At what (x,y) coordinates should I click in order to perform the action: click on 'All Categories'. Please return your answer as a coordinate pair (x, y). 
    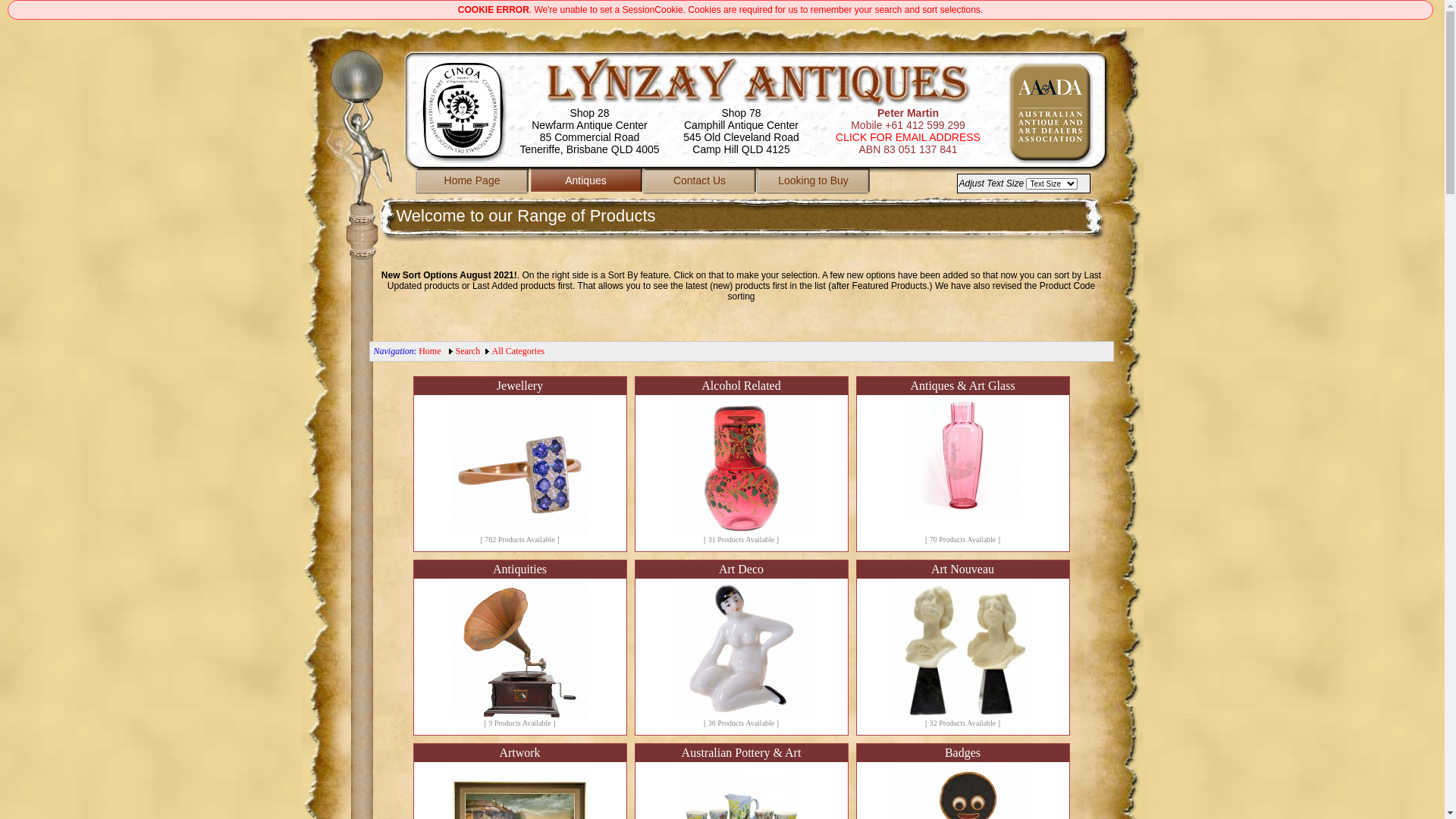
    Looking at the image, I should click on (518, 350).